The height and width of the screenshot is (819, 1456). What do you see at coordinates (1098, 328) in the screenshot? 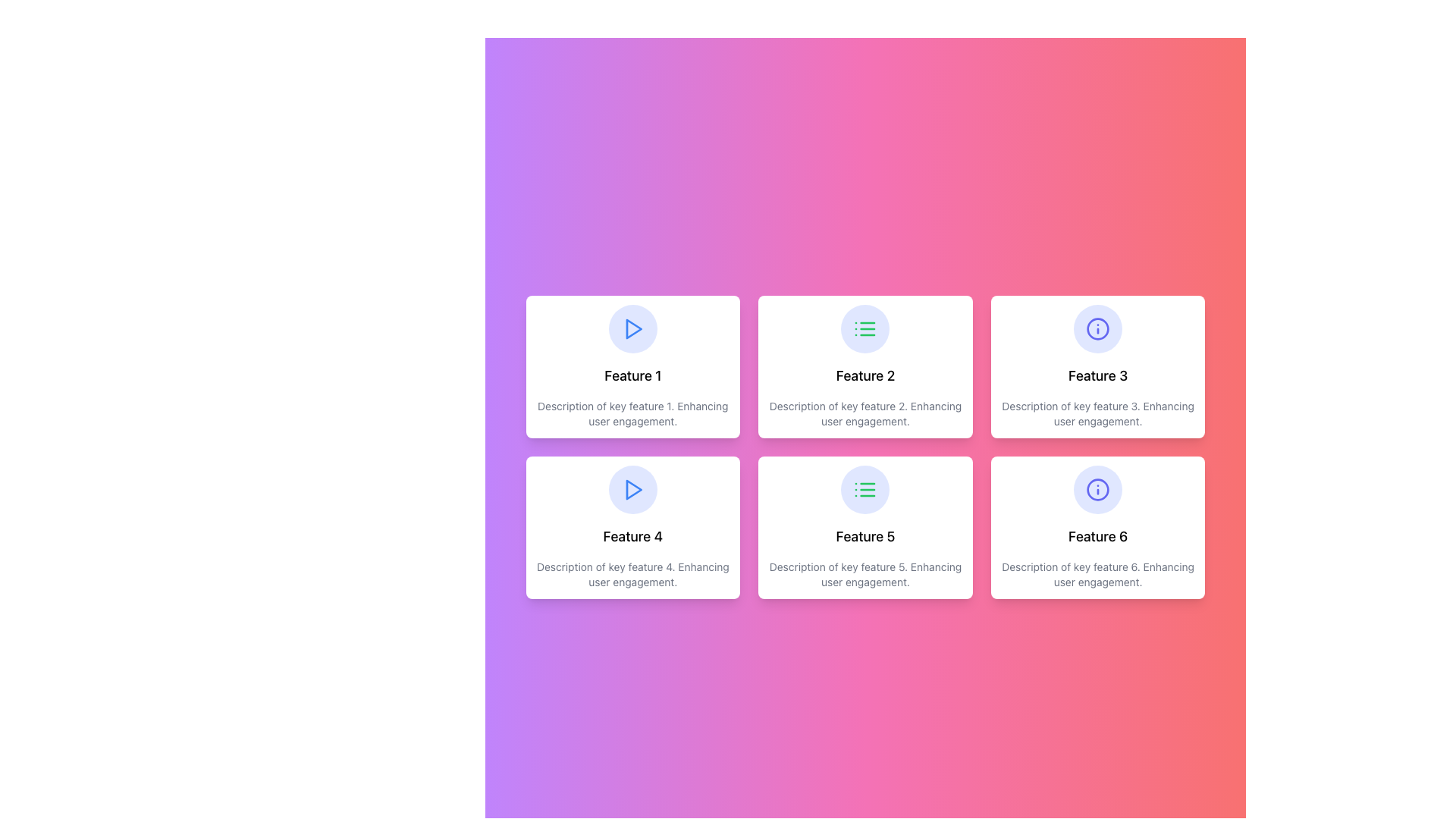
I see `the indigo information icon located within the 'Feature 3' card in the top row of the grid layout` at bounding box center [1098, 328].